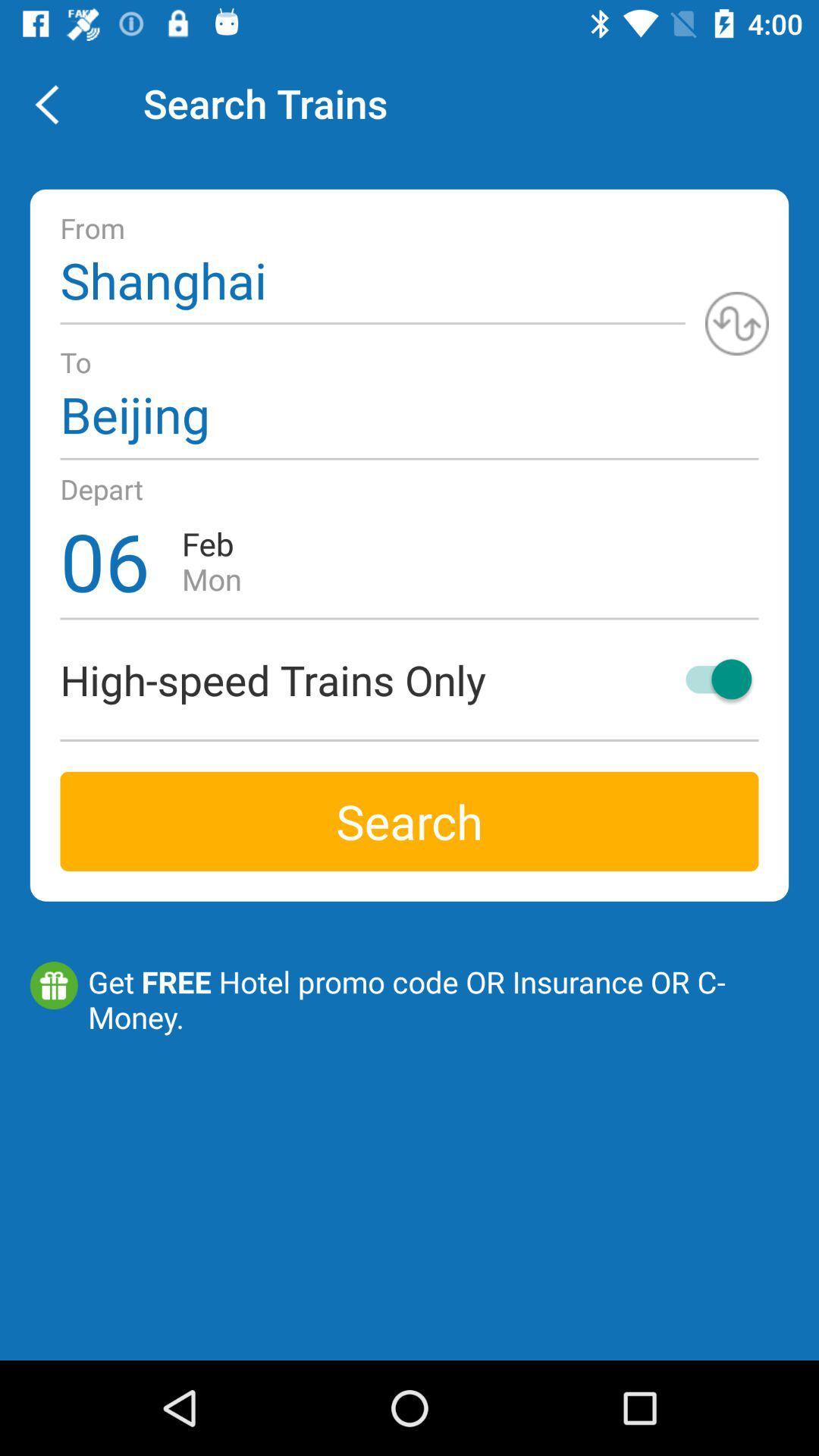 Image resolution: width=819 pixels, height=1456 pixels. Describe the element at coordinates (736, 322) in the screenshot. I see `switch from/to` at that location.